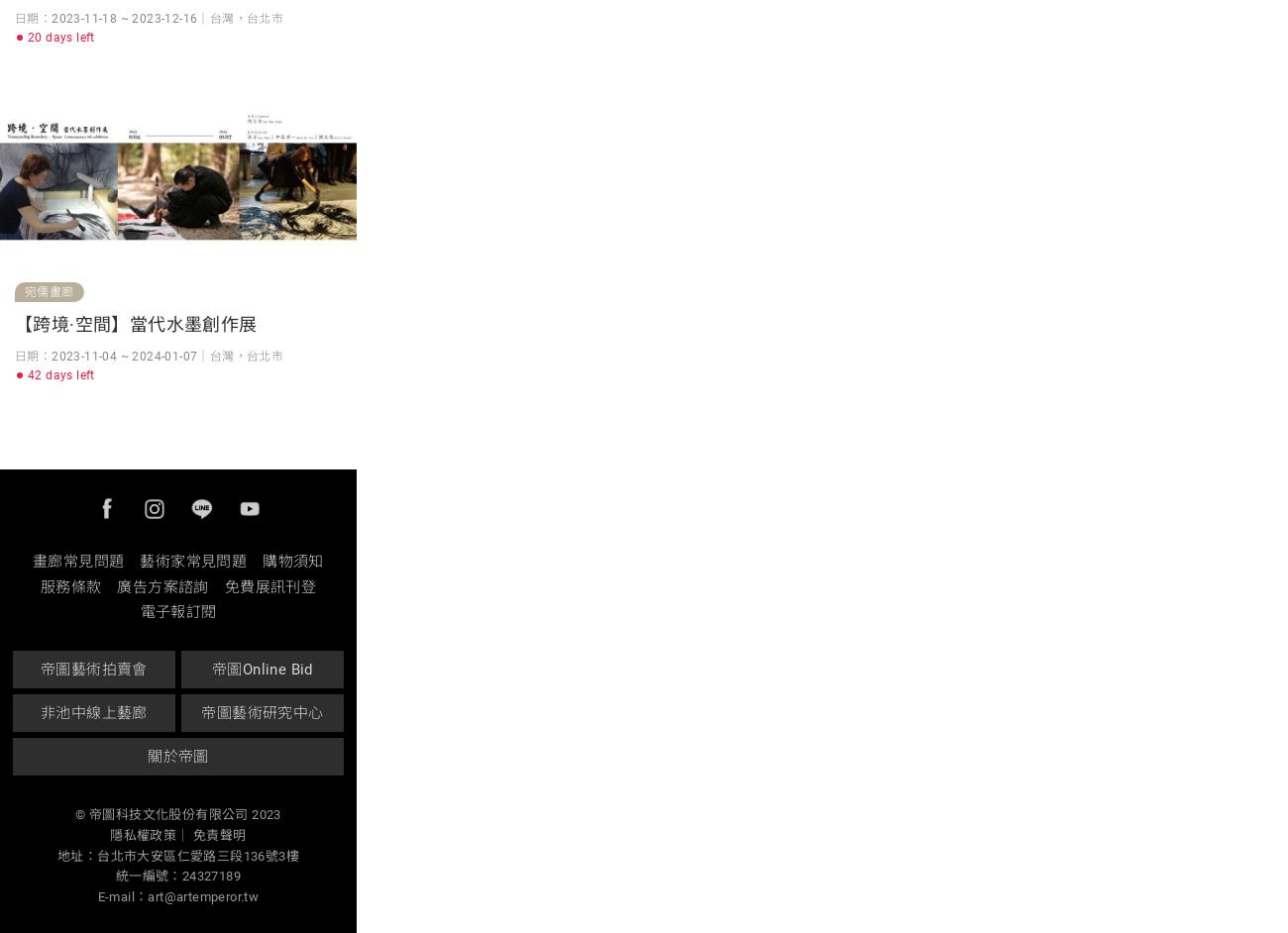 The height and width of the screenshot is (933, 1288). I want to click on 'Having just graduated from The Chinese University of Hong Kong with a Master’s degree, Cheuk is already an experienced exhibitor and frequent aware winner. She has exhibited and worked extensively internationally, including South Korea, Taipei, Beijing and Zhejiang. Her lively and meticulous depictions of animals are well received by collectors and the art market.', so click(177, 664).